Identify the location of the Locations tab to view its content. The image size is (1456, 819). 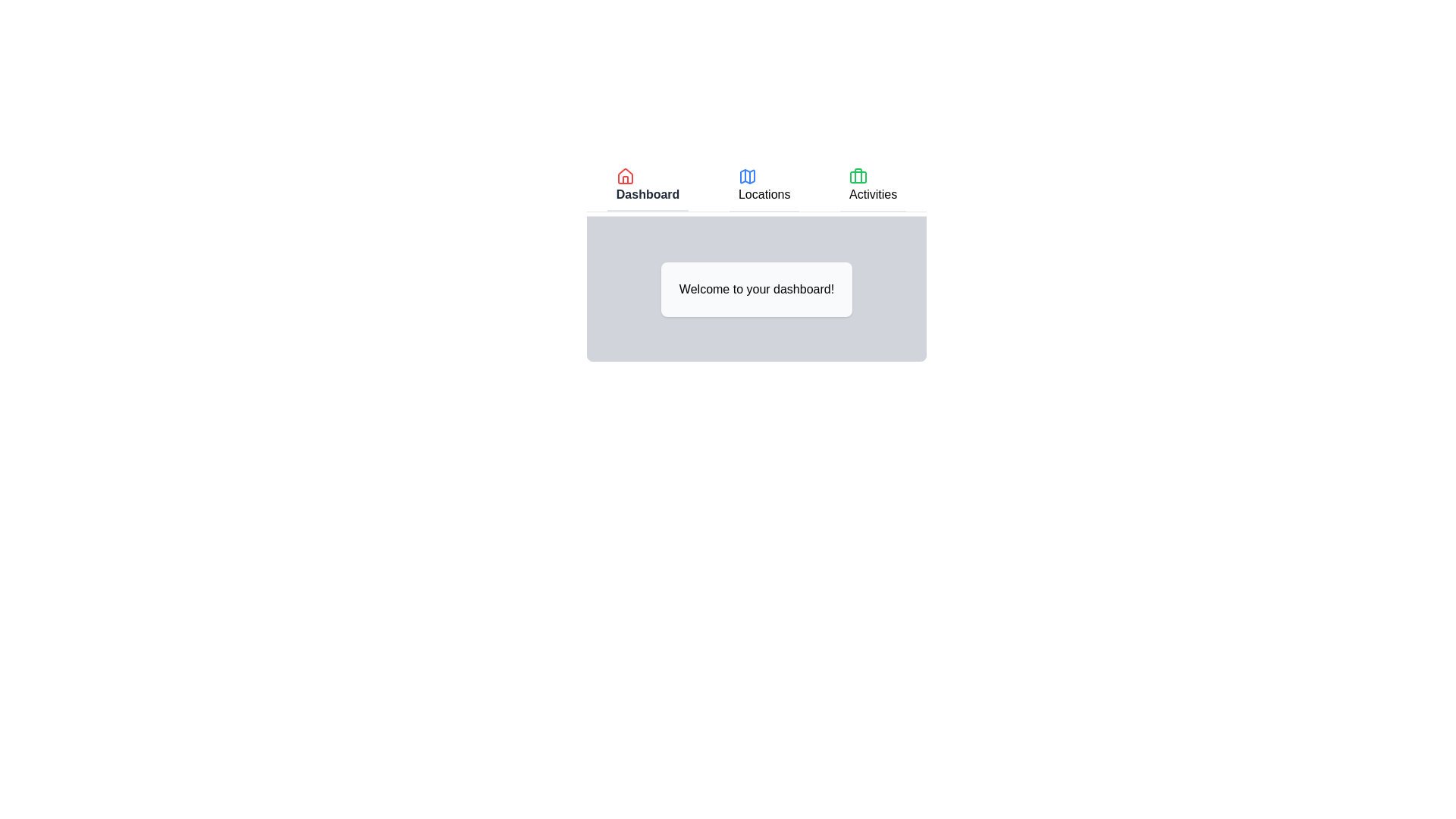
(764, 186).